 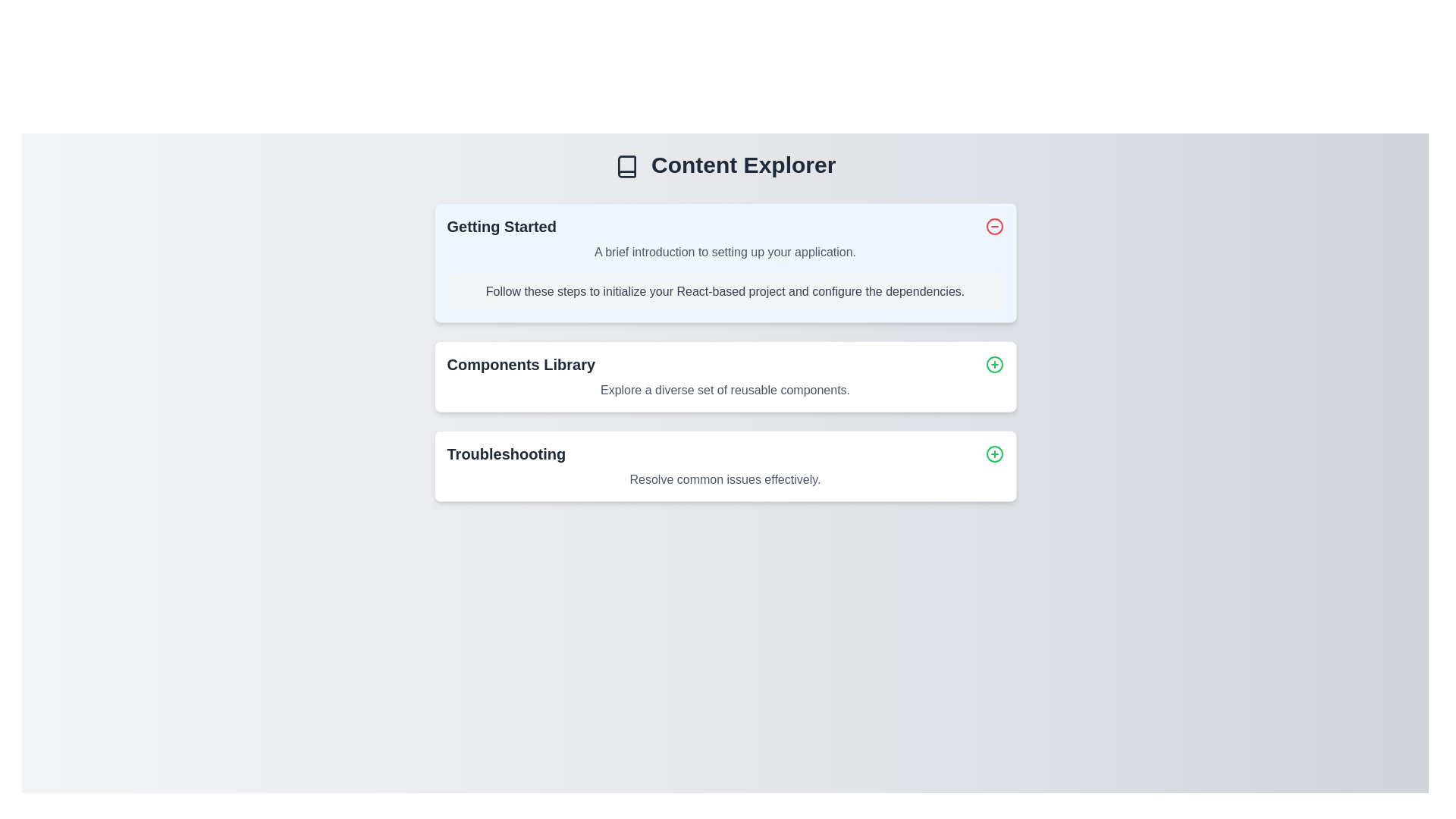 What do you see at coordinates (724, 390) in the screenshot?
I see `the static text element that provides descriptive information about the 'Components Library' section, located centrally under the title text` at bounding box center [724, 390].